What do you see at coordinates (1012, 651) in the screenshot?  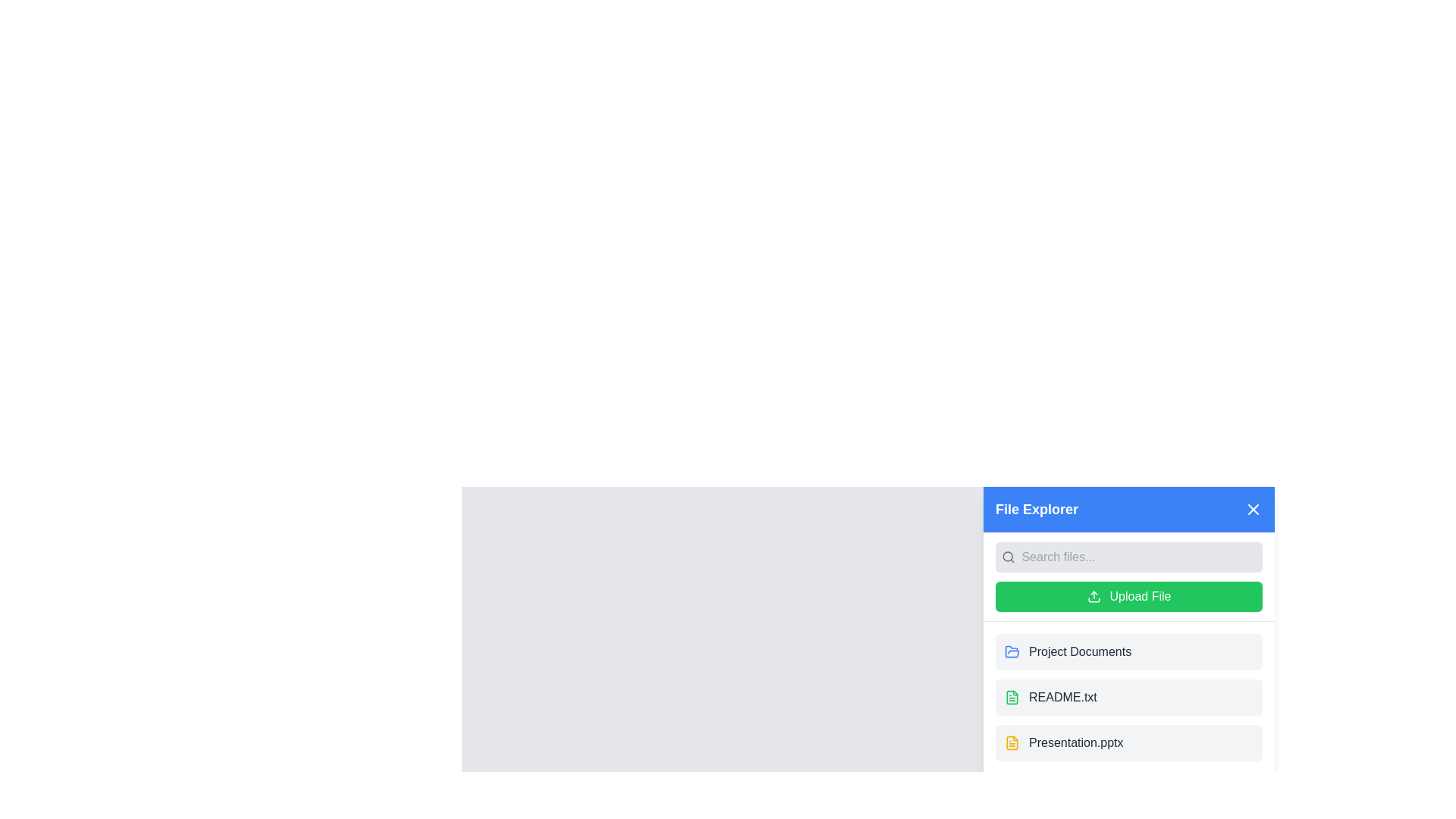 I see `the open folder icon, which is blue and located in the File Explorer interface as the leftmost icon in its row` at bounding box center [1012, 651].